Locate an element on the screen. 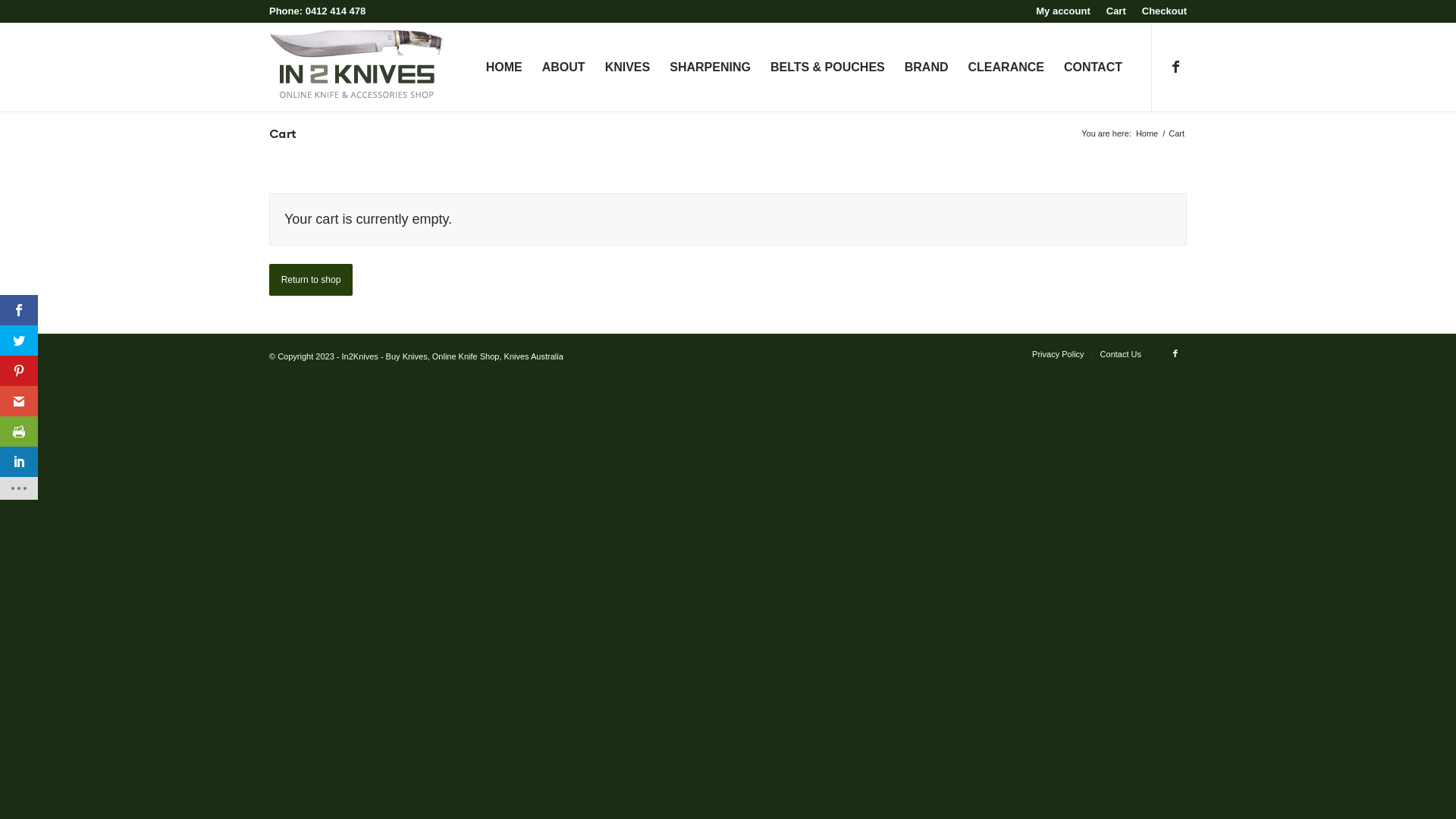 This screenshot has width=1456, height=819. 'BRAND' is located at coordinates (926, 66).